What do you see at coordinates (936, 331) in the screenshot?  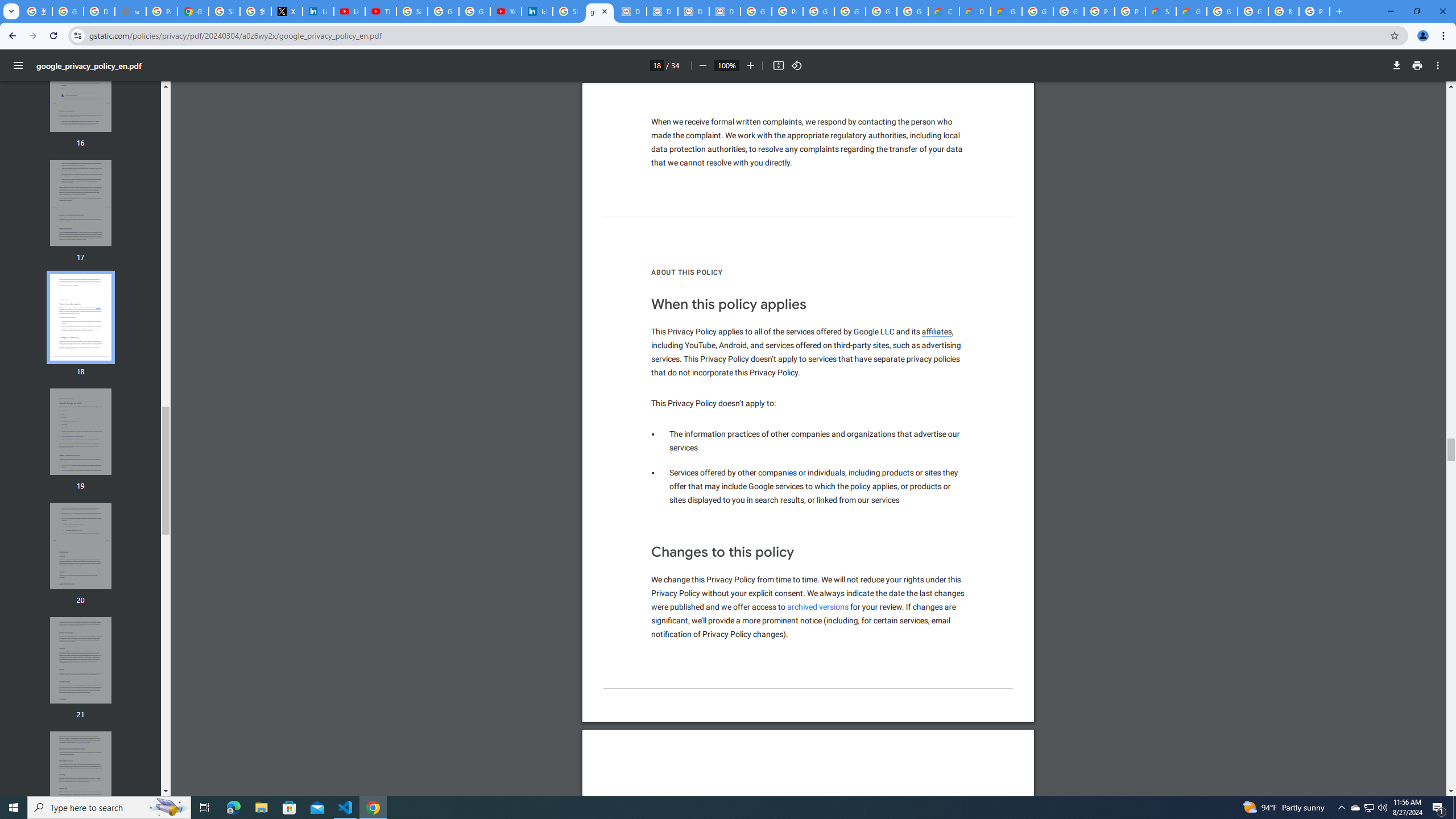 I see `'affiliates'` at bounding box center [936, 331].